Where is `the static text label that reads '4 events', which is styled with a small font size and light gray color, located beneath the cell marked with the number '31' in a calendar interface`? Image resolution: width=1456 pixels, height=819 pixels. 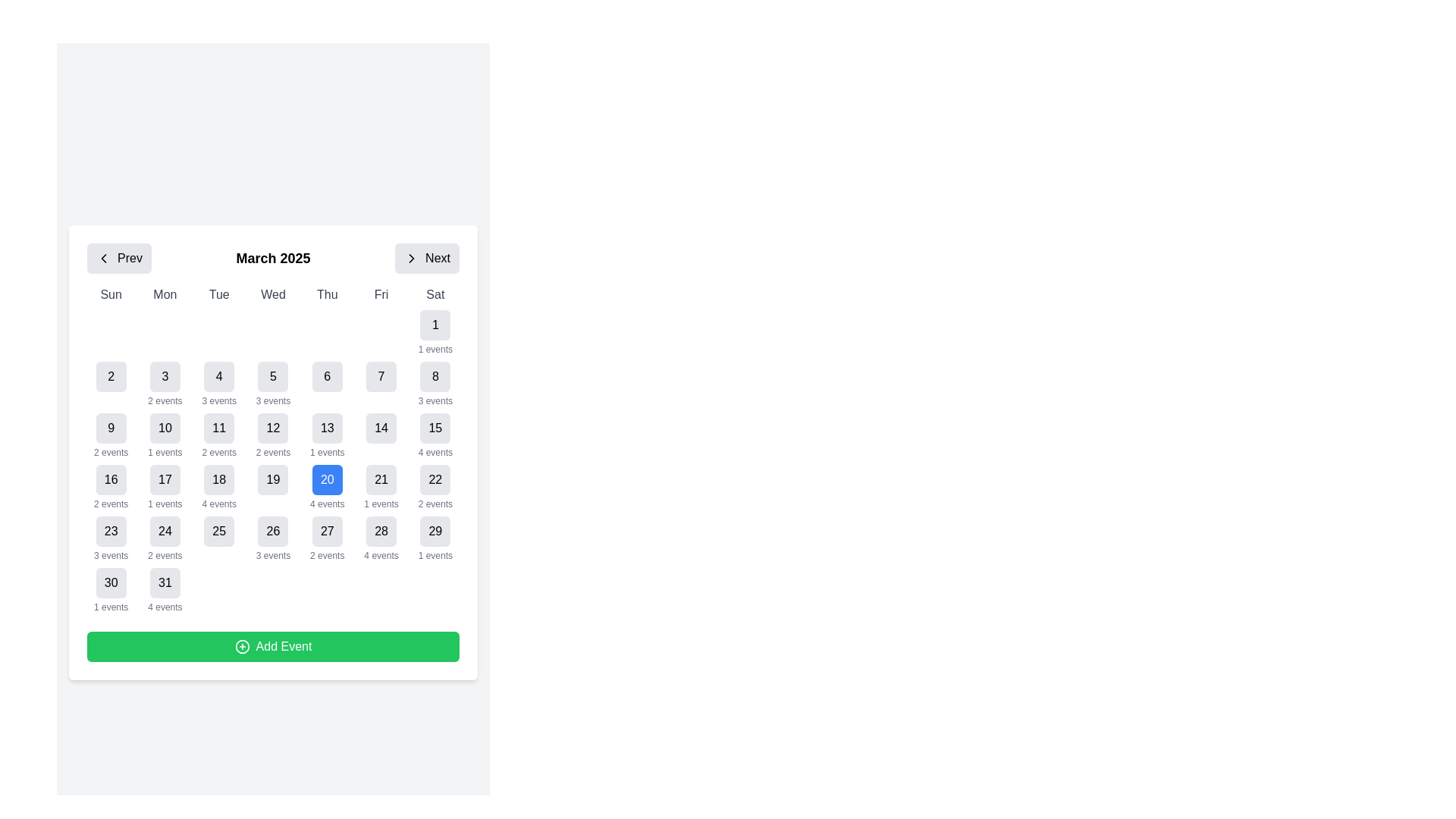 the static text label that reads '4 events', which is styled with a small font size and light gray color, located beneath the cell marked with the number '31' in a calendar interface is located at coordinates (165, 607).